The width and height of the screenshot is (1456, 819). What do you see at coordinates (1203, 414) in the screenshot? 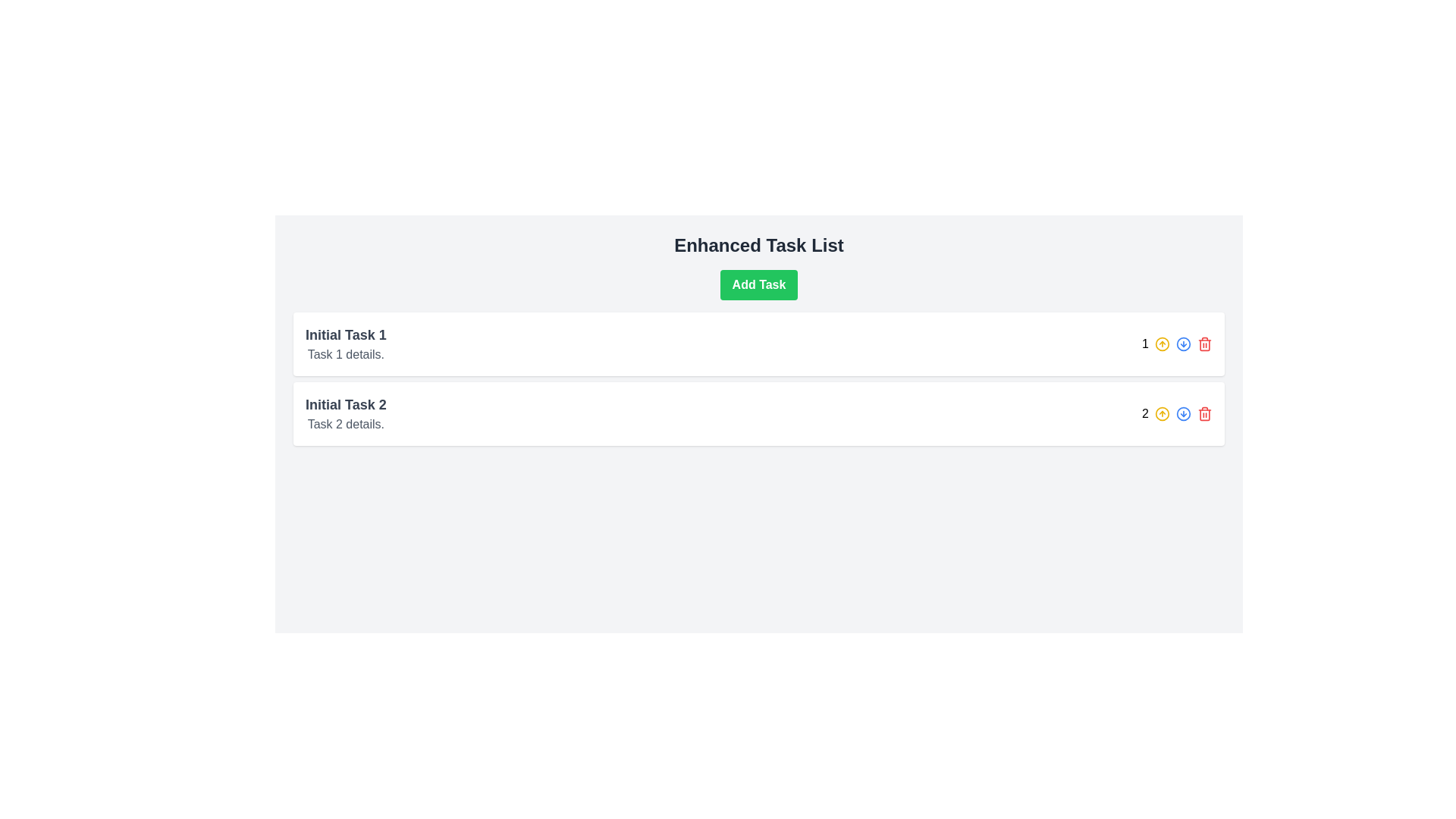
I see `the trash icon button, which is a red-colored icon resembling a garbage bin, located as the rightmost item in the control section of task row labeled '2'` at bounding box center [1203, 414].